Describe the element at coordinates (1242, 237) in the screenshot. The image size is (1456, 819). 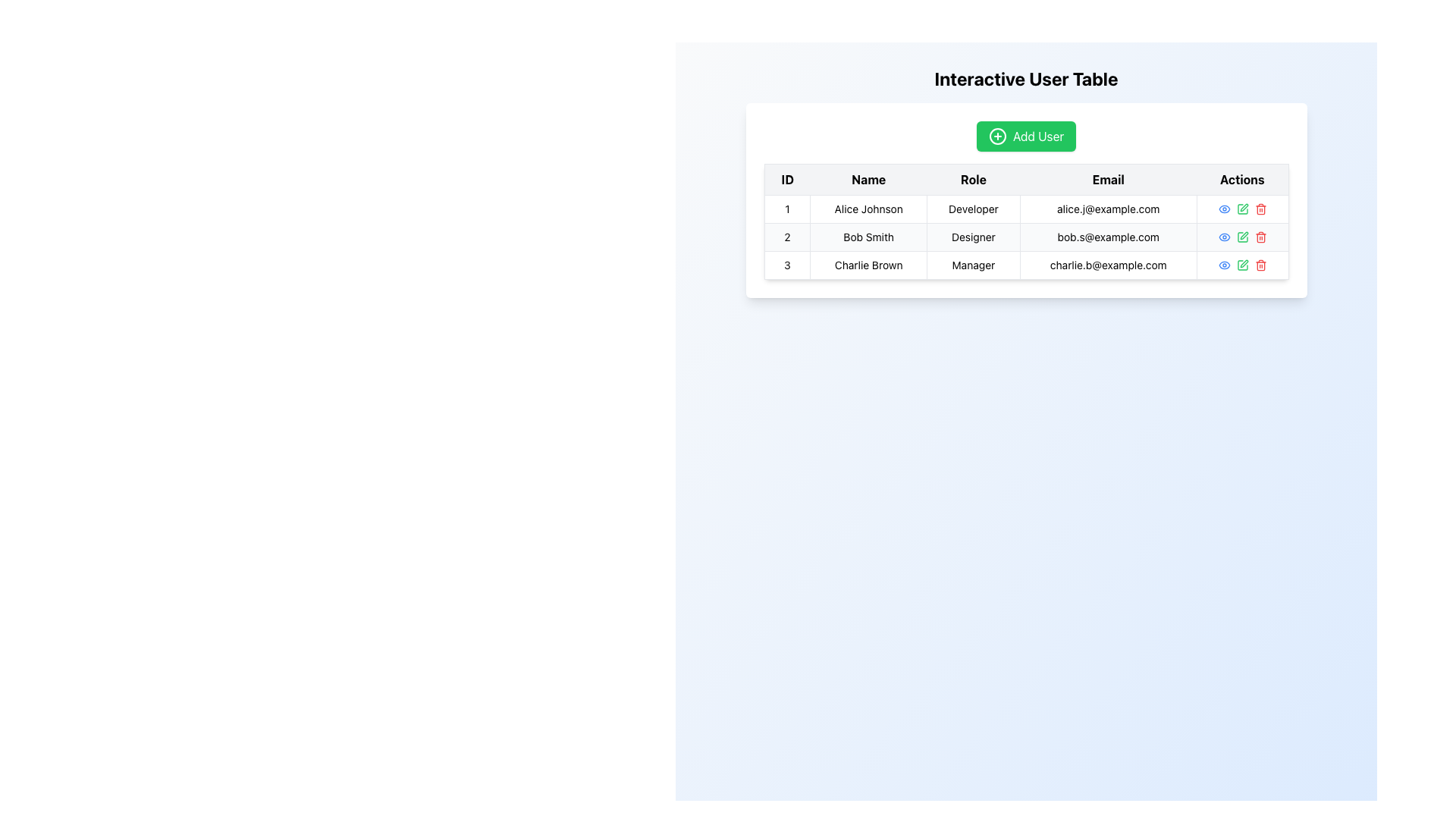
I see `the green pencil icon in the Actions column of the second row corresponding to 'Bob Smith'` at that location.